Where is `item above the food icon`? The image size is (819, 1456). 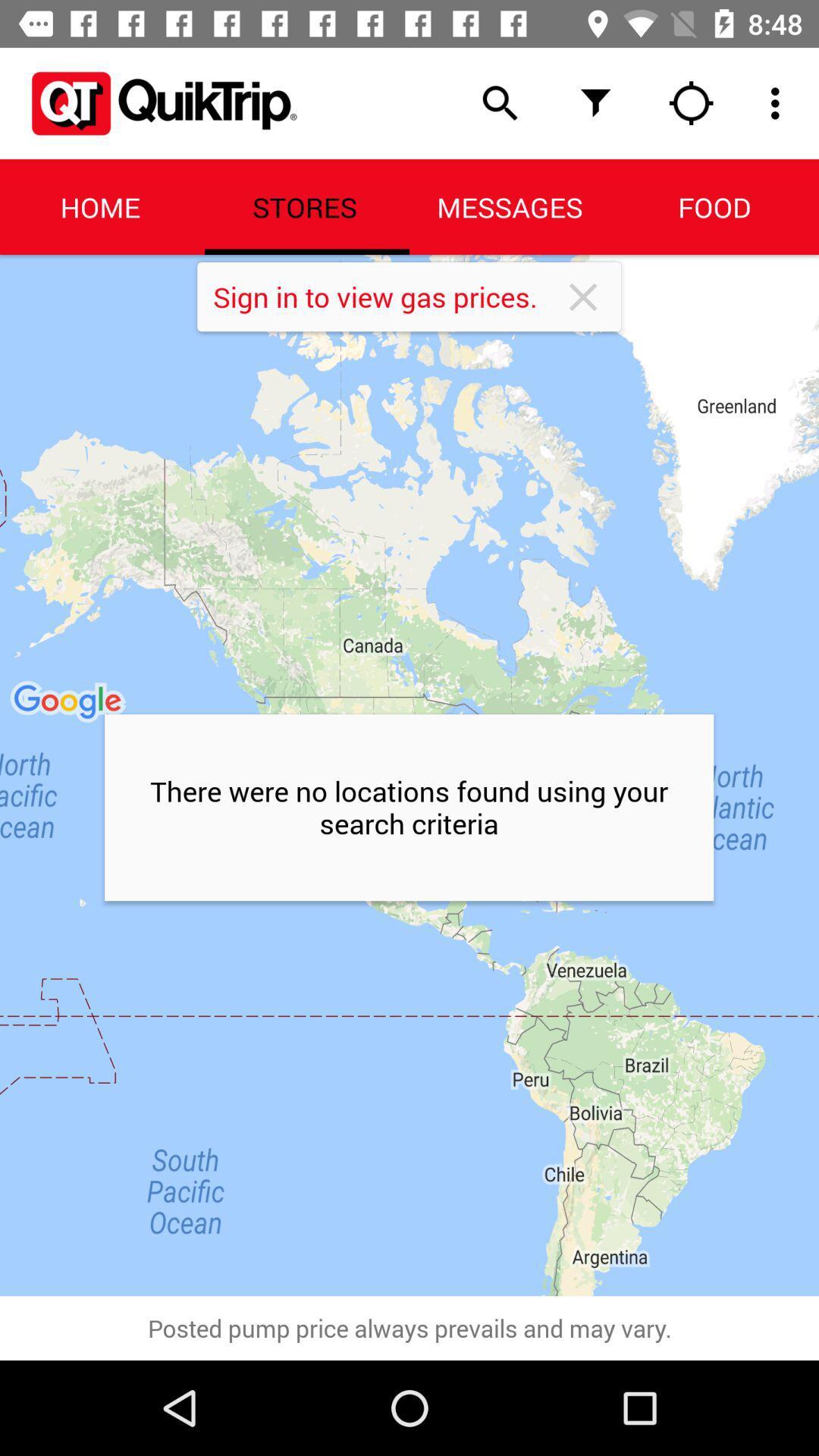
item above the food icon is located at coordinates (779, 102).